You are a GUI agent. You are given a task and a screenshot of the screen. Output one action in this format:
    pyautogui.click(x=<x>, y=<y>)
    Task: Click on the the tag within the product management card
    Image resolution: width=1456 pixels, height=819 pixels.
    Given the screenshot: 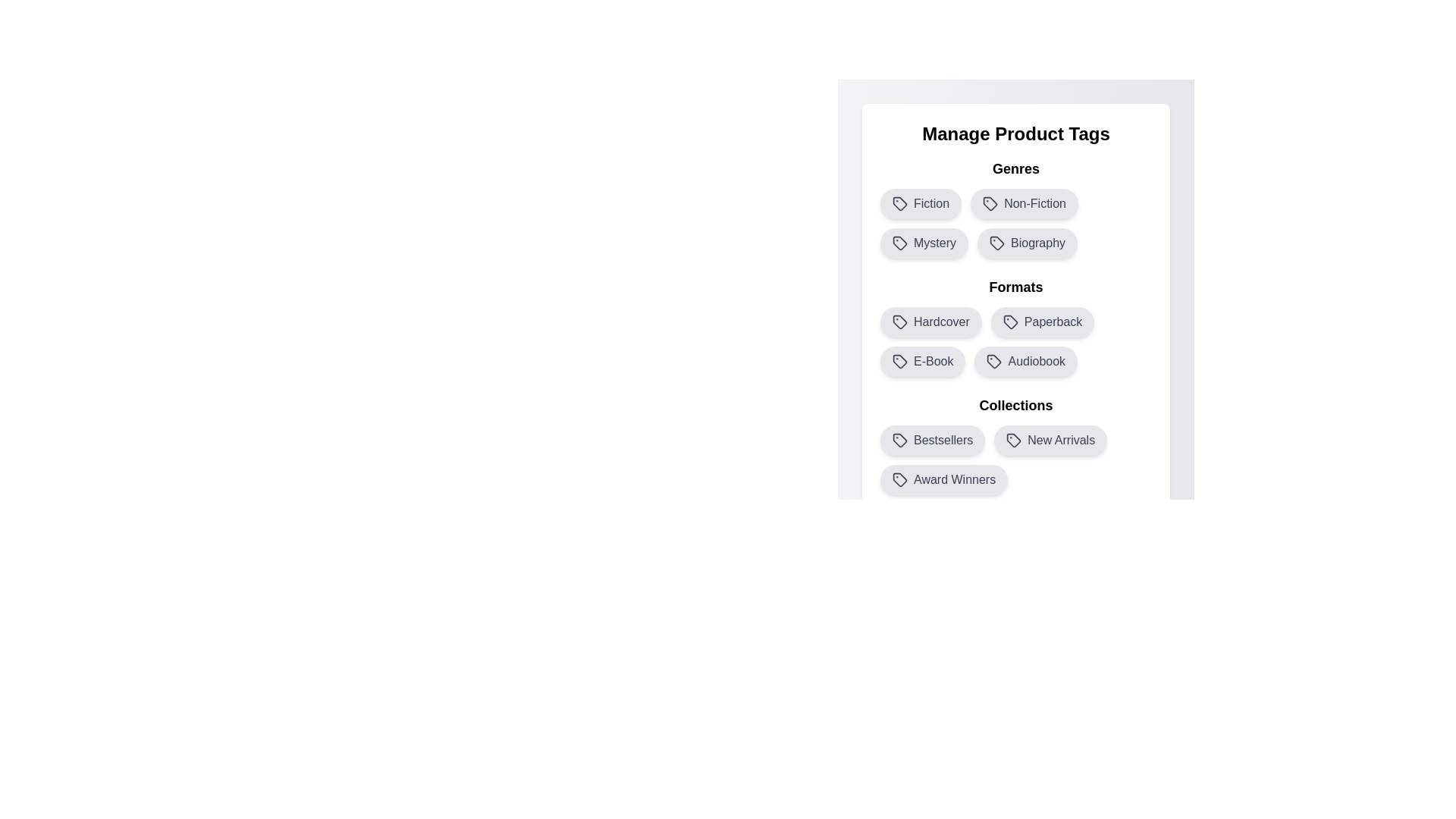 What is the action you would take?
    pyautogui.click(x=1015, y=308)
    